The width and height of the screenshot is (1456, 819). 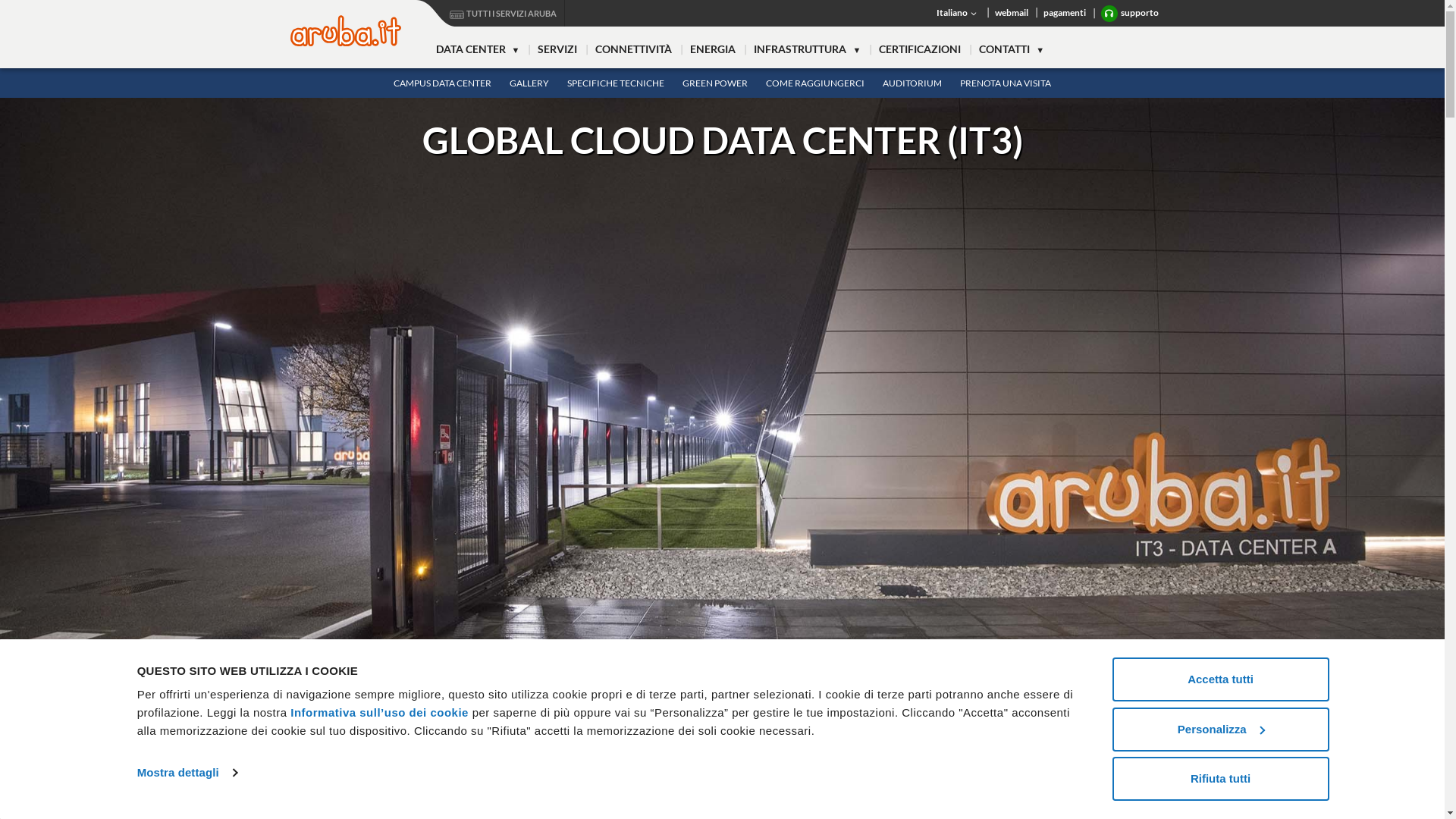 I want to click on 'COME RAGGIUNGERCI', so click(x=814, y=83).